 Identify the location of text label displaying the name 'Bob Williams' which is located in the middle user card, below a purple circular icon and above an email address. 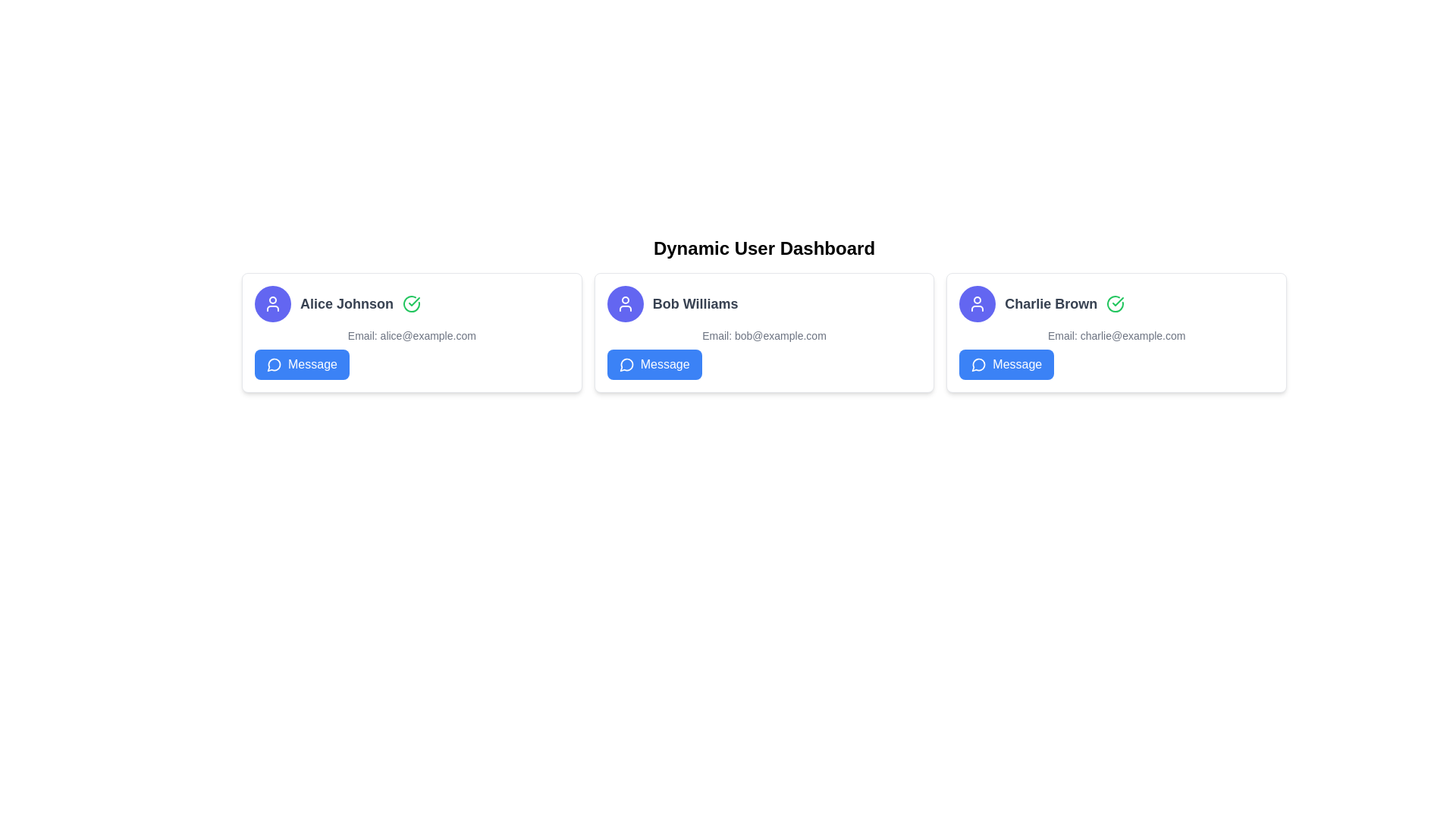
(695, 304).